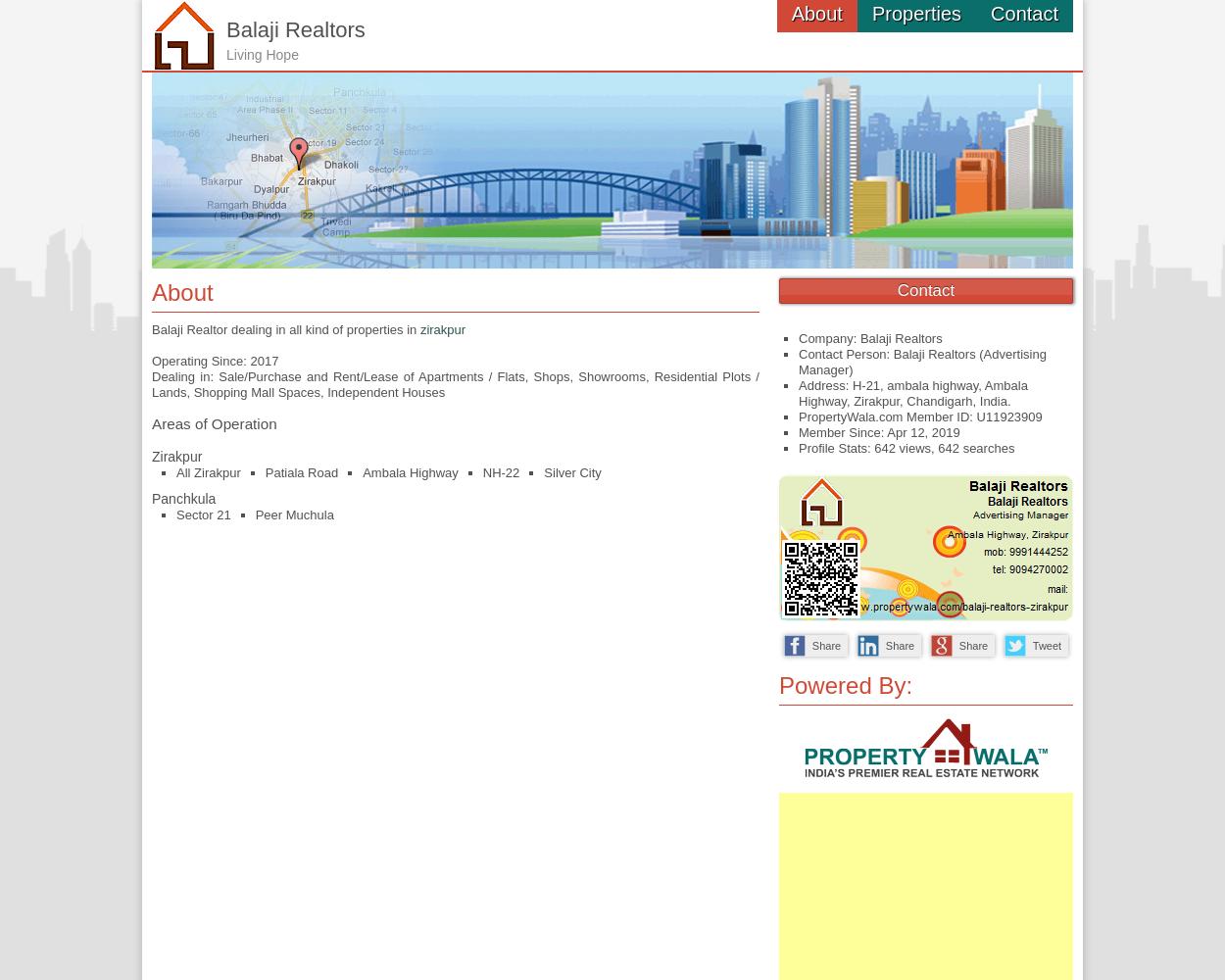  Describe the element at coordinates (906, 447) in the screenshot. I see `'Profile Stats:
                        642
                        views,
                        642
                        searches'` at that location.